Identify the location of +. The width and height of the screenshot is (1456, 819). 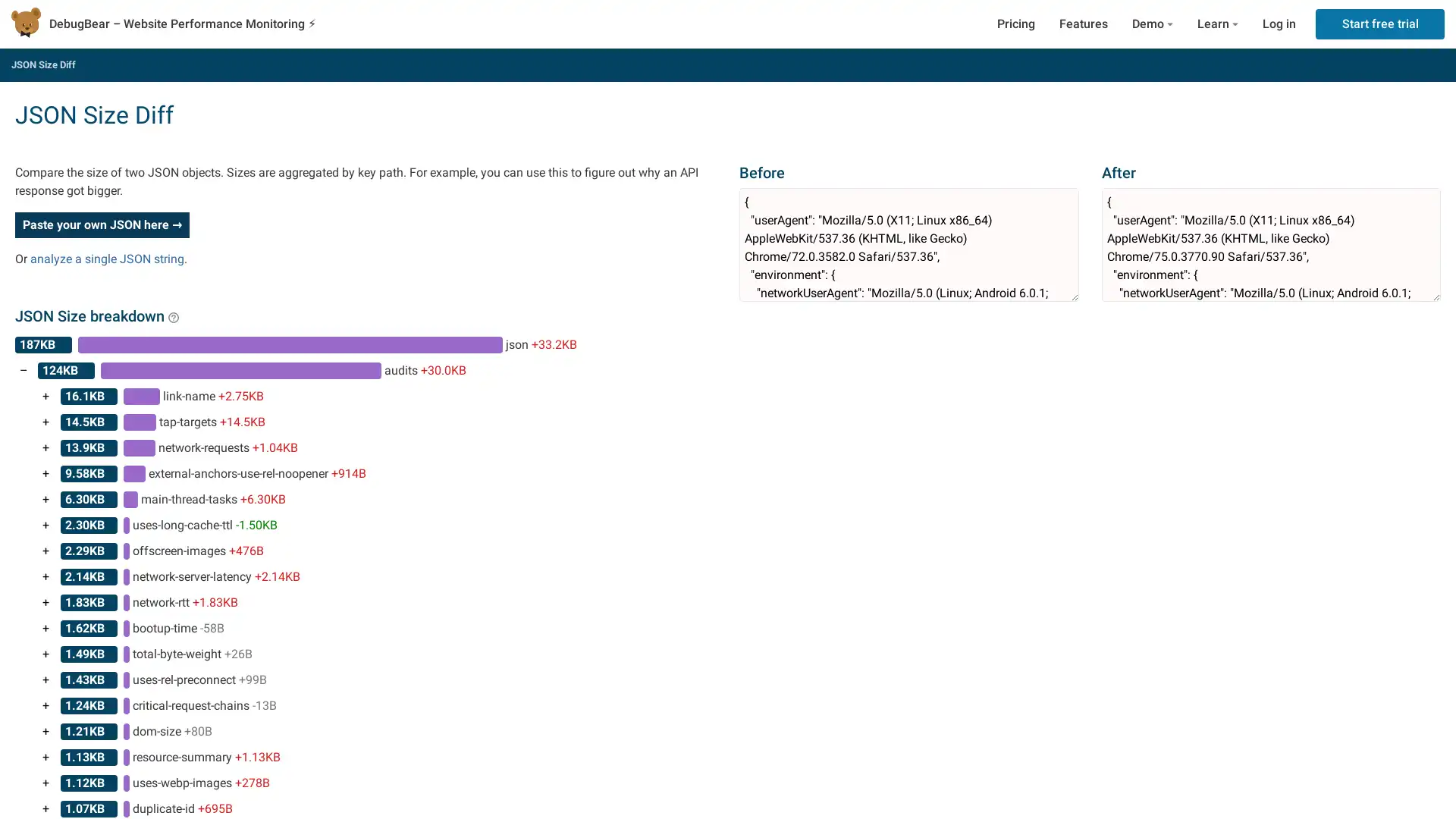
(45, 730).